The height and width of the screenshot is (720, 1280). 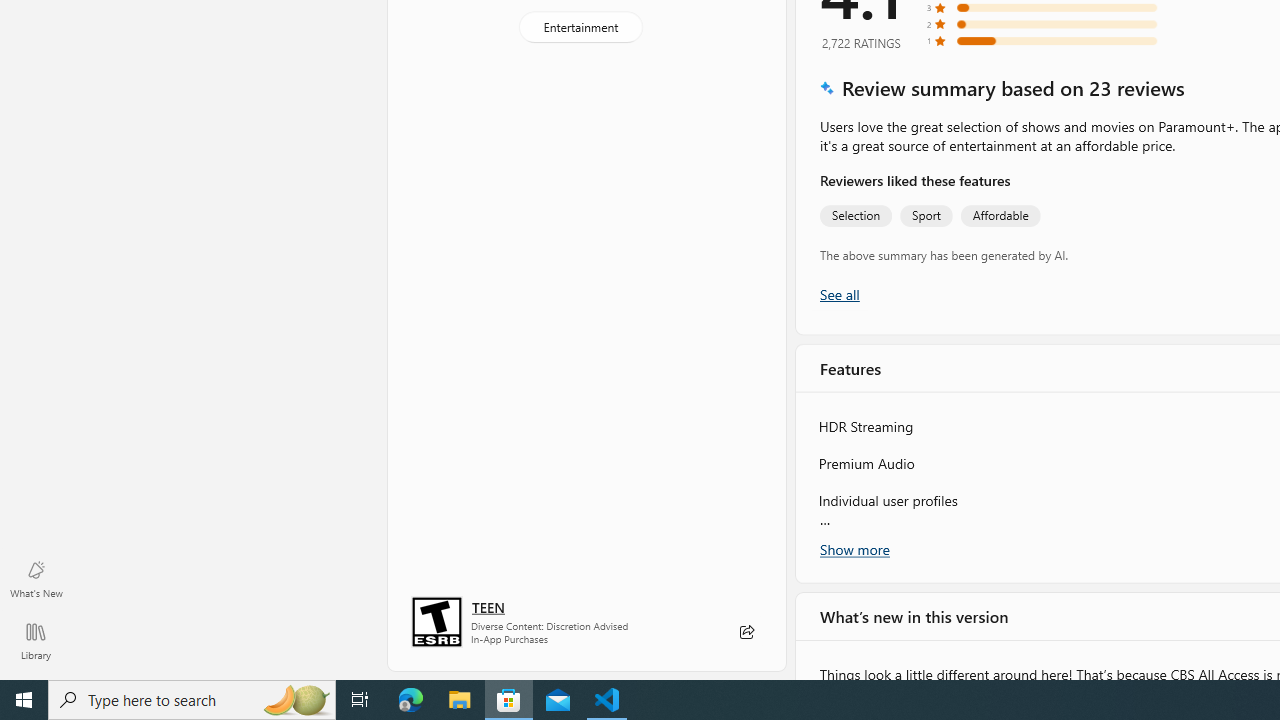 What do you see at coordinates (579, 27) in the screenshot?
I see `'Entertainment'` at bounding box center [579, 27].